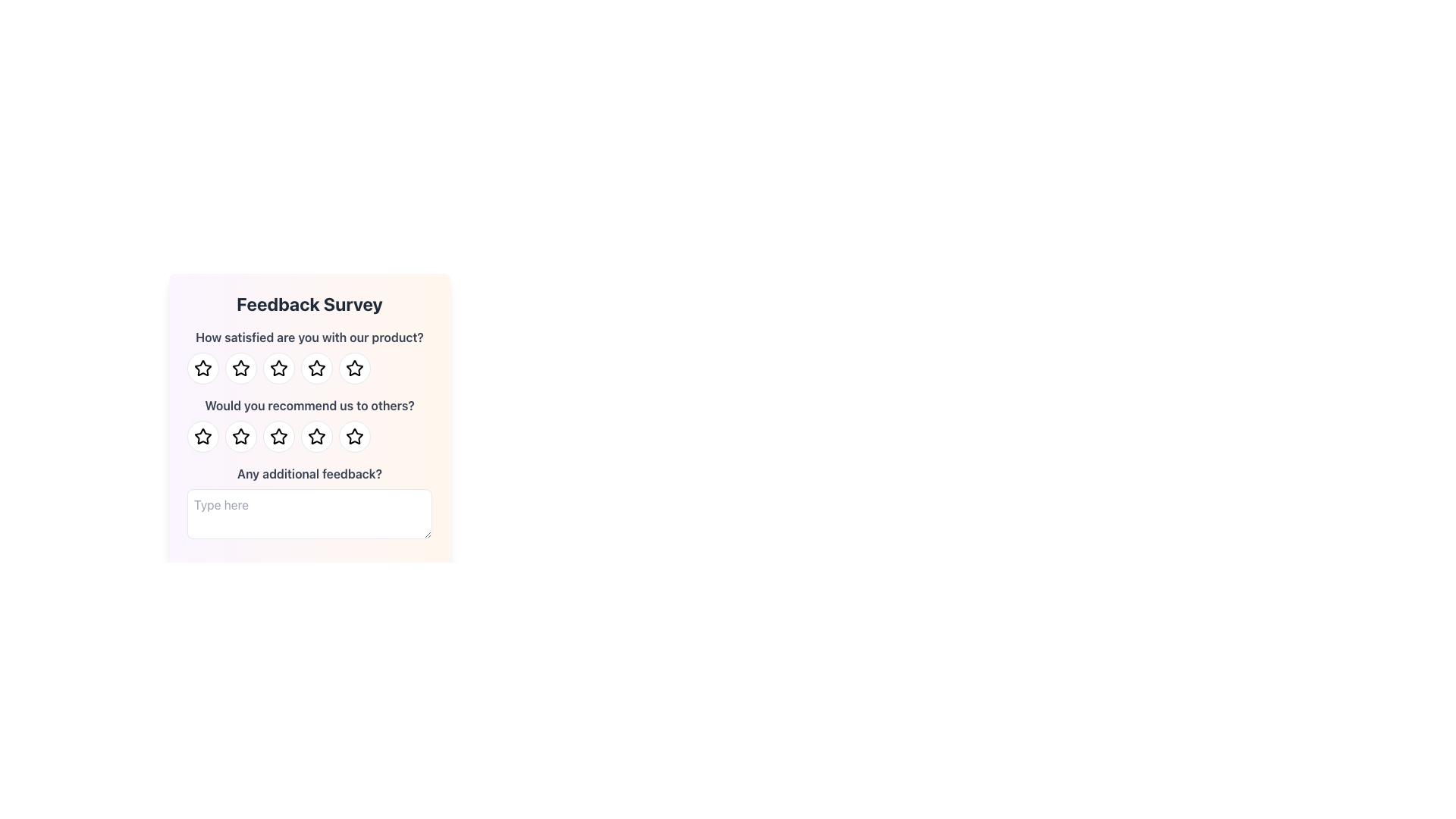  What do you see at coordinates (309, 369) in the screenshot?
I see `the fourth star in the Rating Star component, which is part of a feedback survey interface located under the text 'How satisfied are you with our product?'` at bounding box center [309, 369].